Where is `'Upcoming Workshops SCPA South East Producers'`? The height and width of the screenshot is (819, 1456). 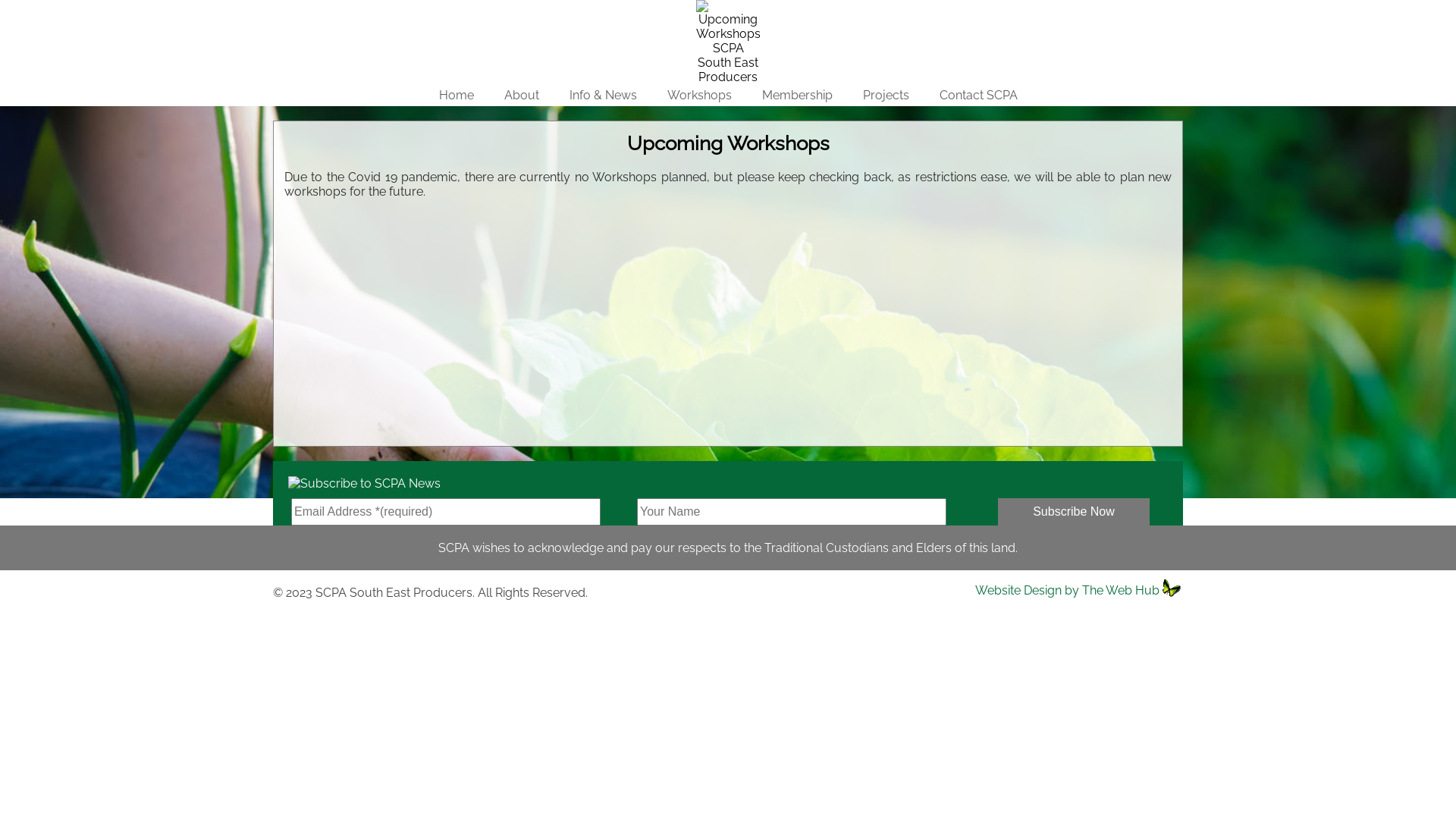 'Upcoming Workshops SCPA South East Producers' is located at coordinates (728, 41).